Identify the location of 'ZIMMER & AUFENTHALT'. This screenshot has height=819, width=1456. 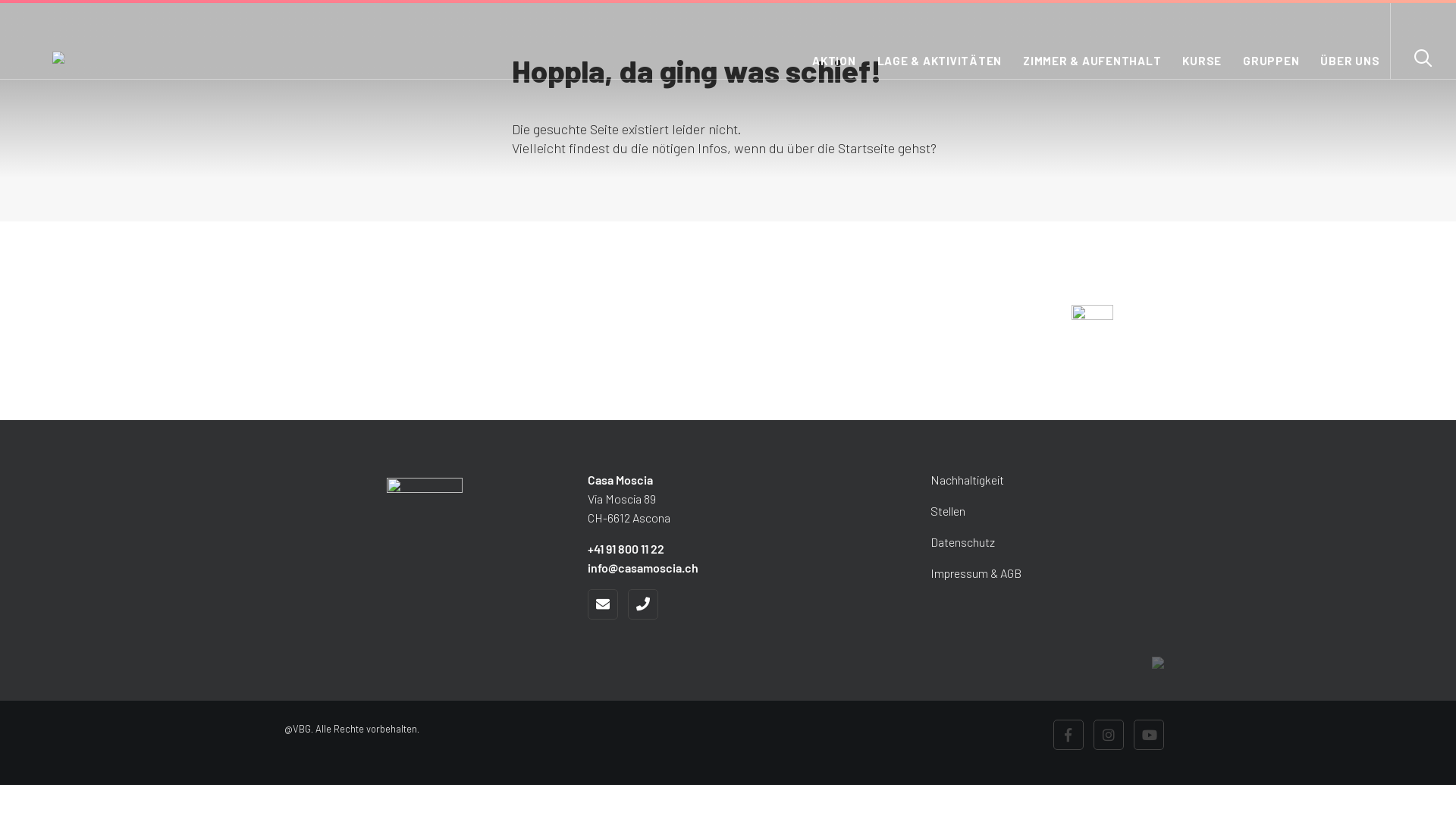
(1092, 66).